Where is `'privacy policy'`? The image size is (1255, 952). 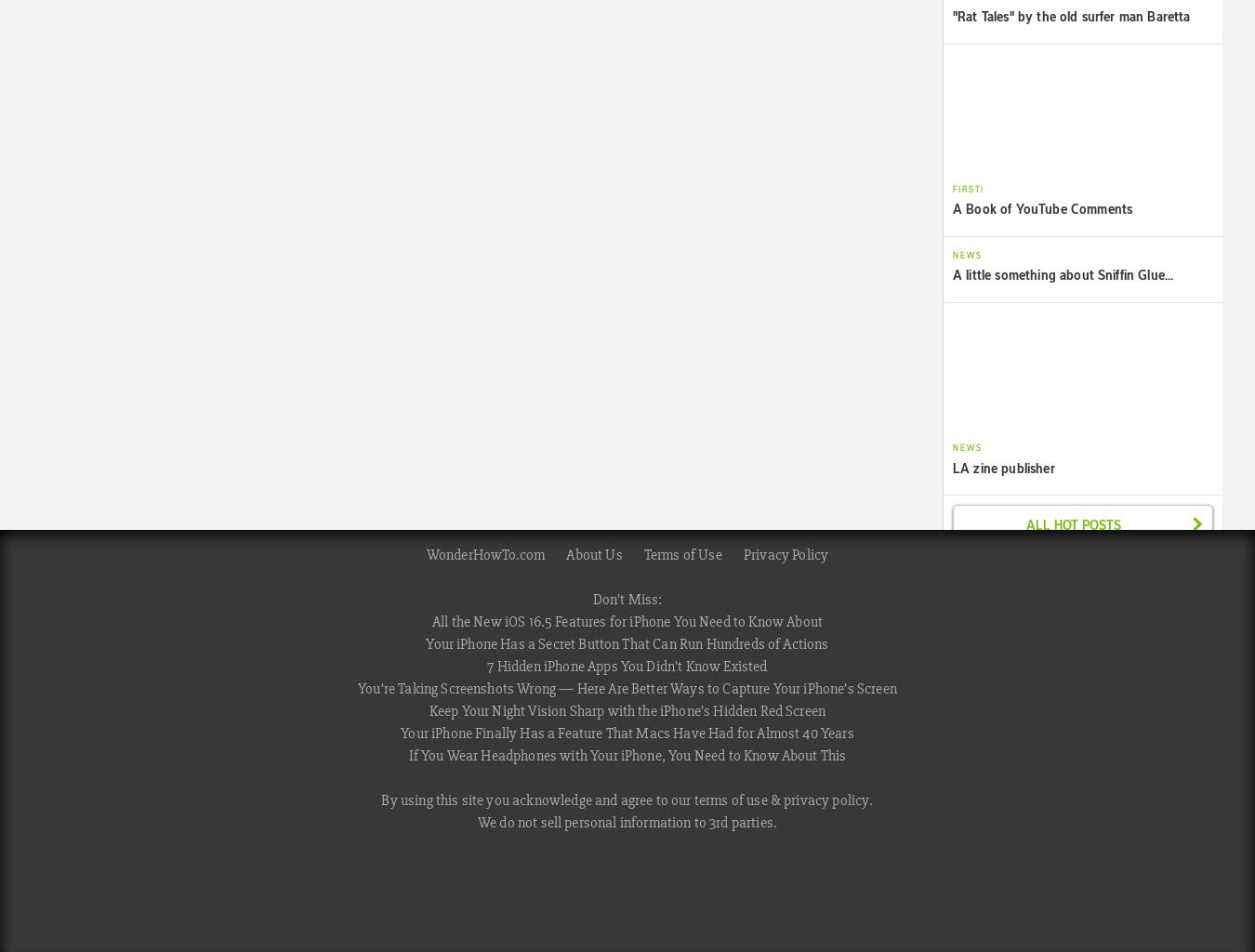 'privacy policy' is located at coordinates (826, 800).